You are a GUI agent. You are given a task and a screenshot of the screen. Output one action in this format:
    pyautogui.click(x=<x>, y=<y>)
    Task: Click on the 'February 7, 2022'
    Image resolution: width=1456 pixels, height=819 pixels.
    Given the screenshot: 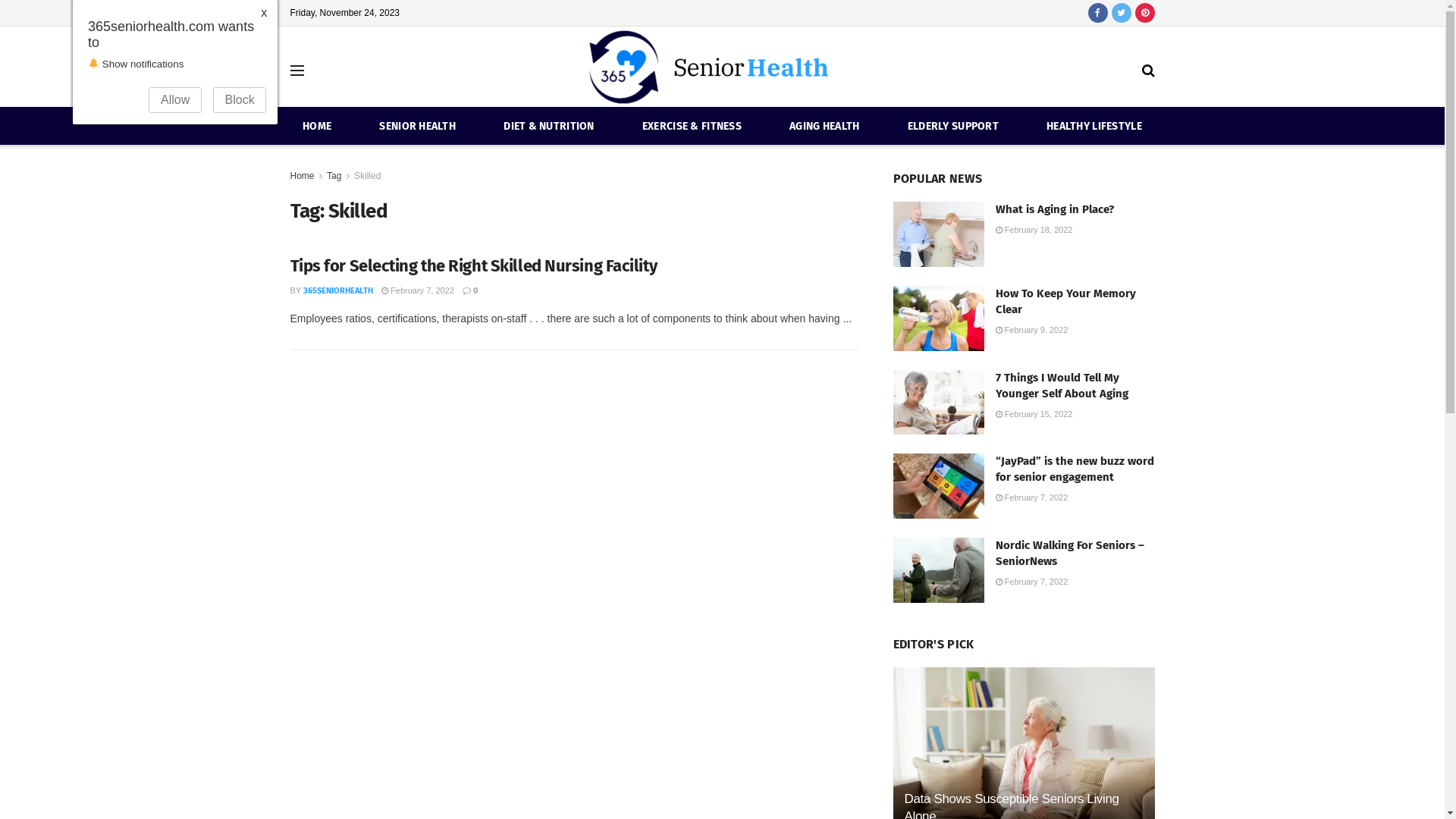 What is the action you would take?
    pyautogui.click(x=1031, y=497)
    